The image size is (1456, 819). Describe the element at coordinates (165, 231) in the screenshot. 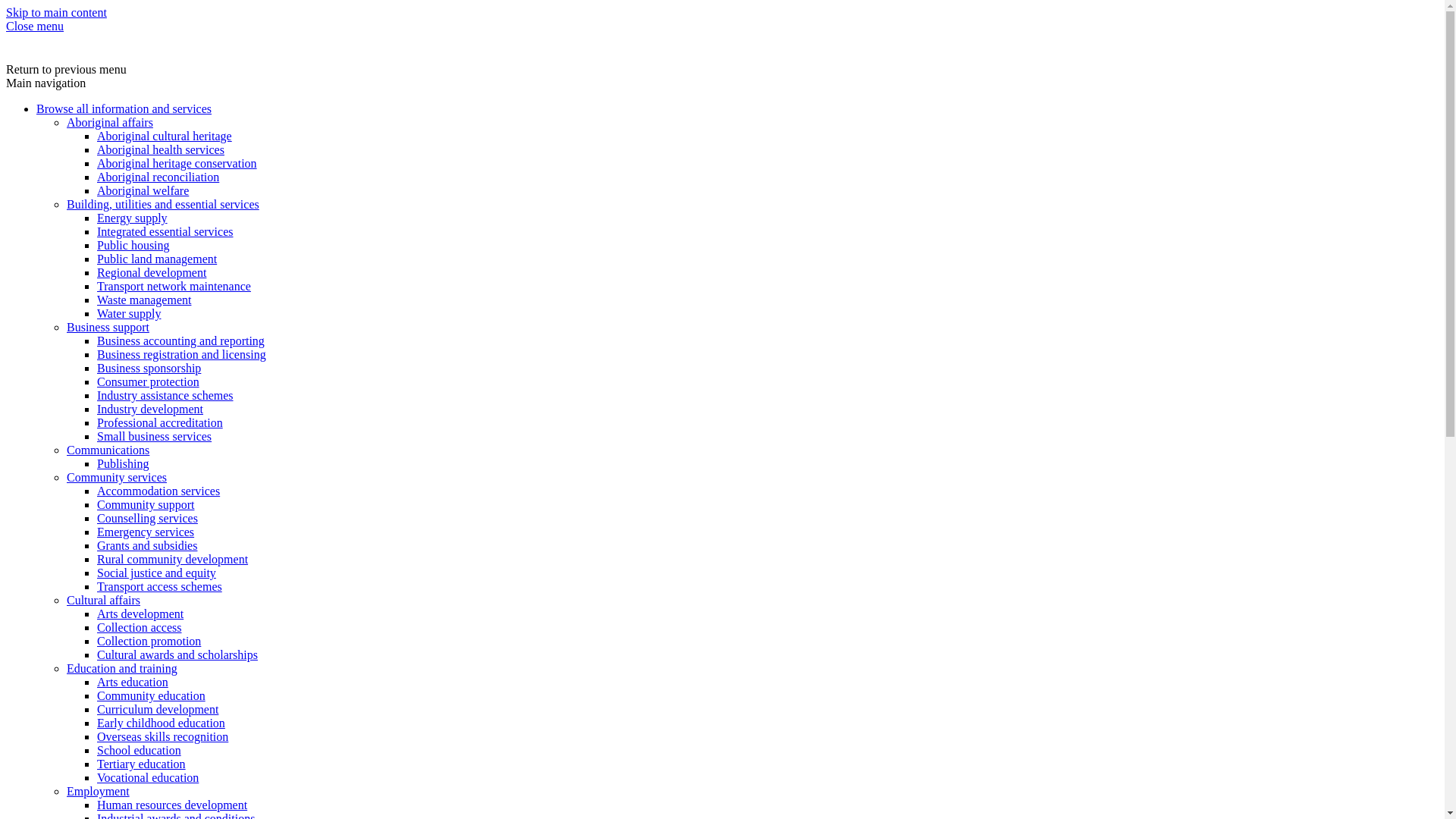

I see `'Integrated essential services'` at that location.